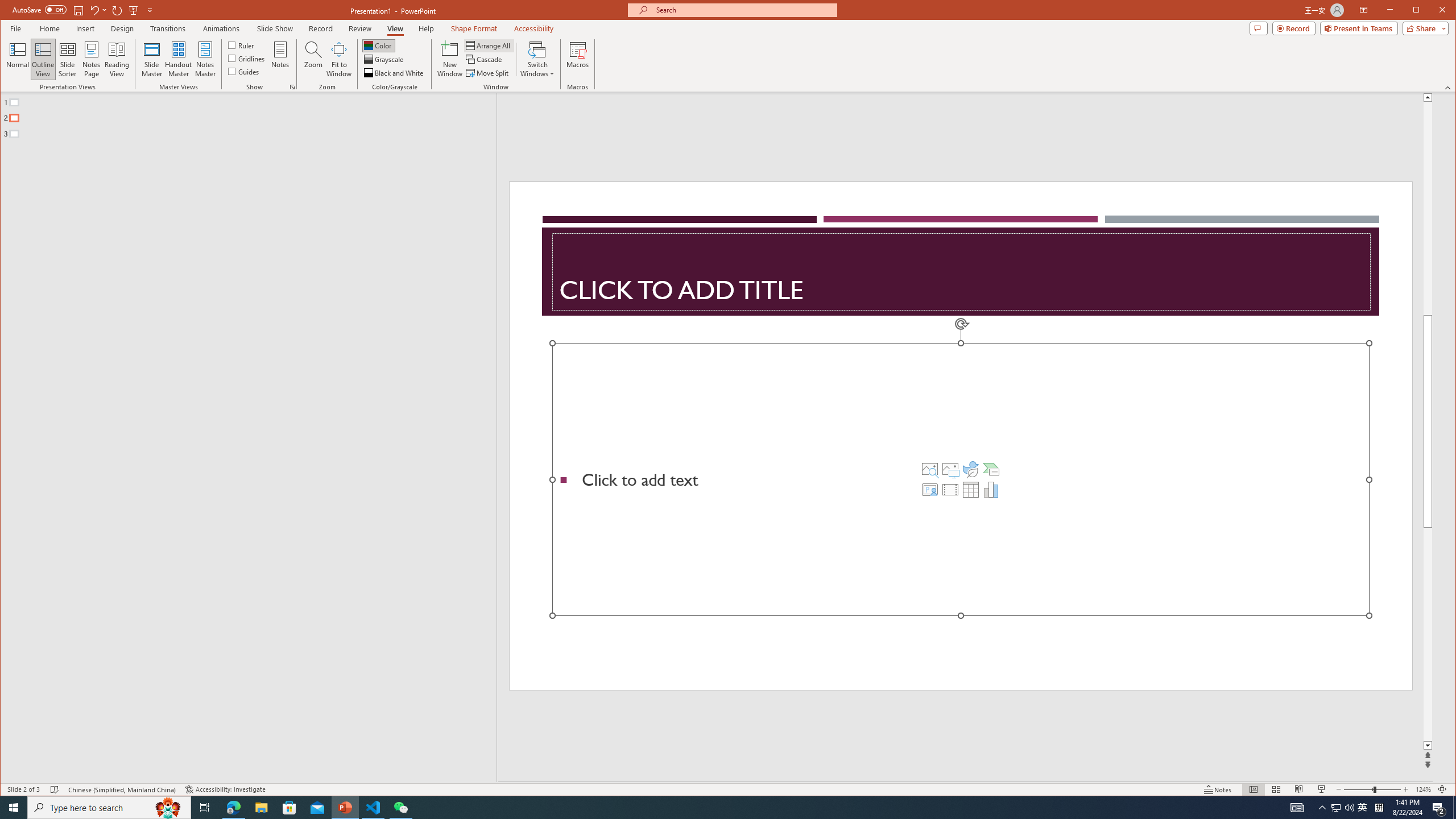 Image resolution: width=1456 pixels, height=819 pixels. I want to click on 'Maximize', so click(1433, 11).